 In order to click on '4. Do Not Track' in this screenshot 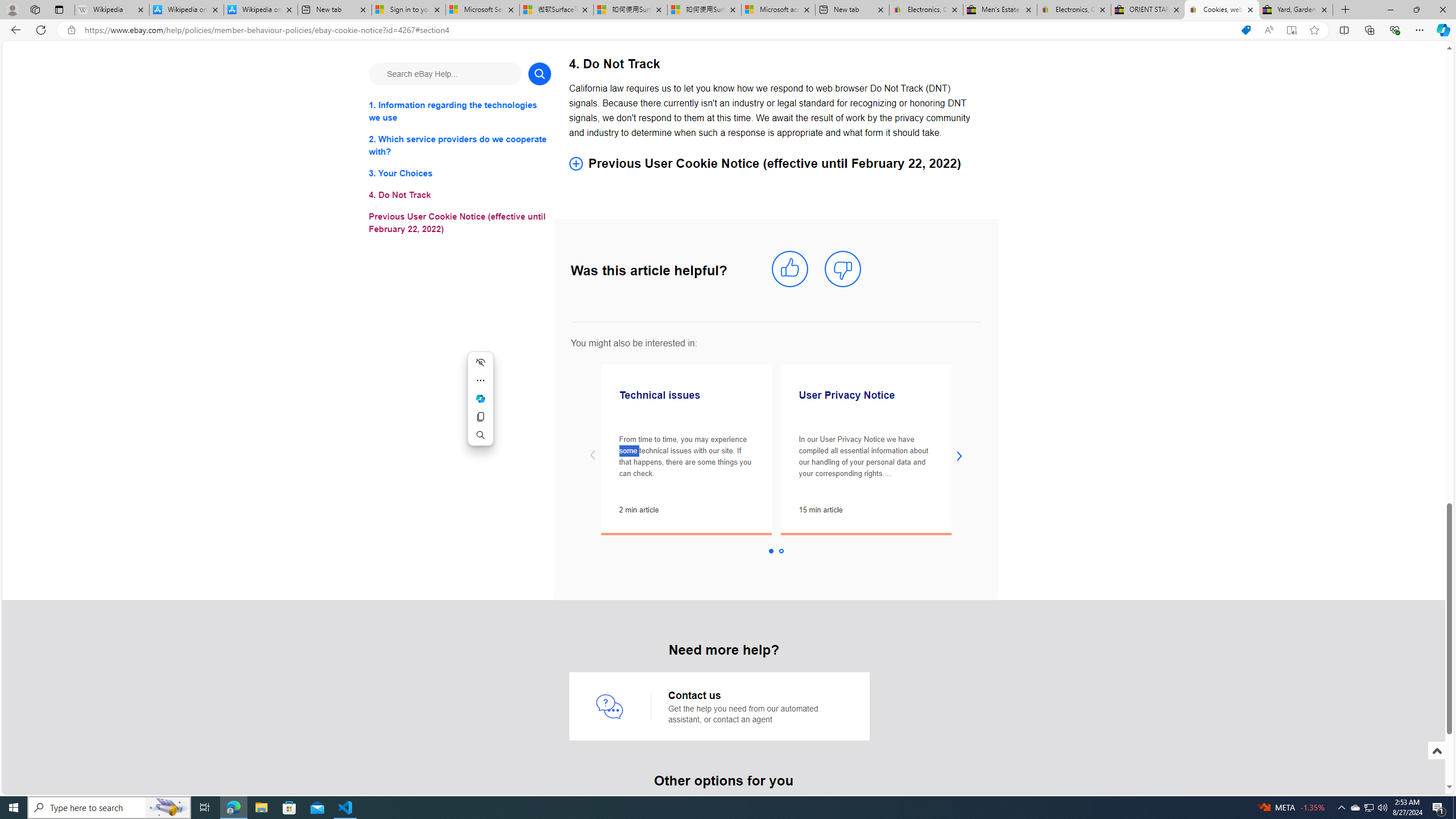, I will do `click(459, 196)`.